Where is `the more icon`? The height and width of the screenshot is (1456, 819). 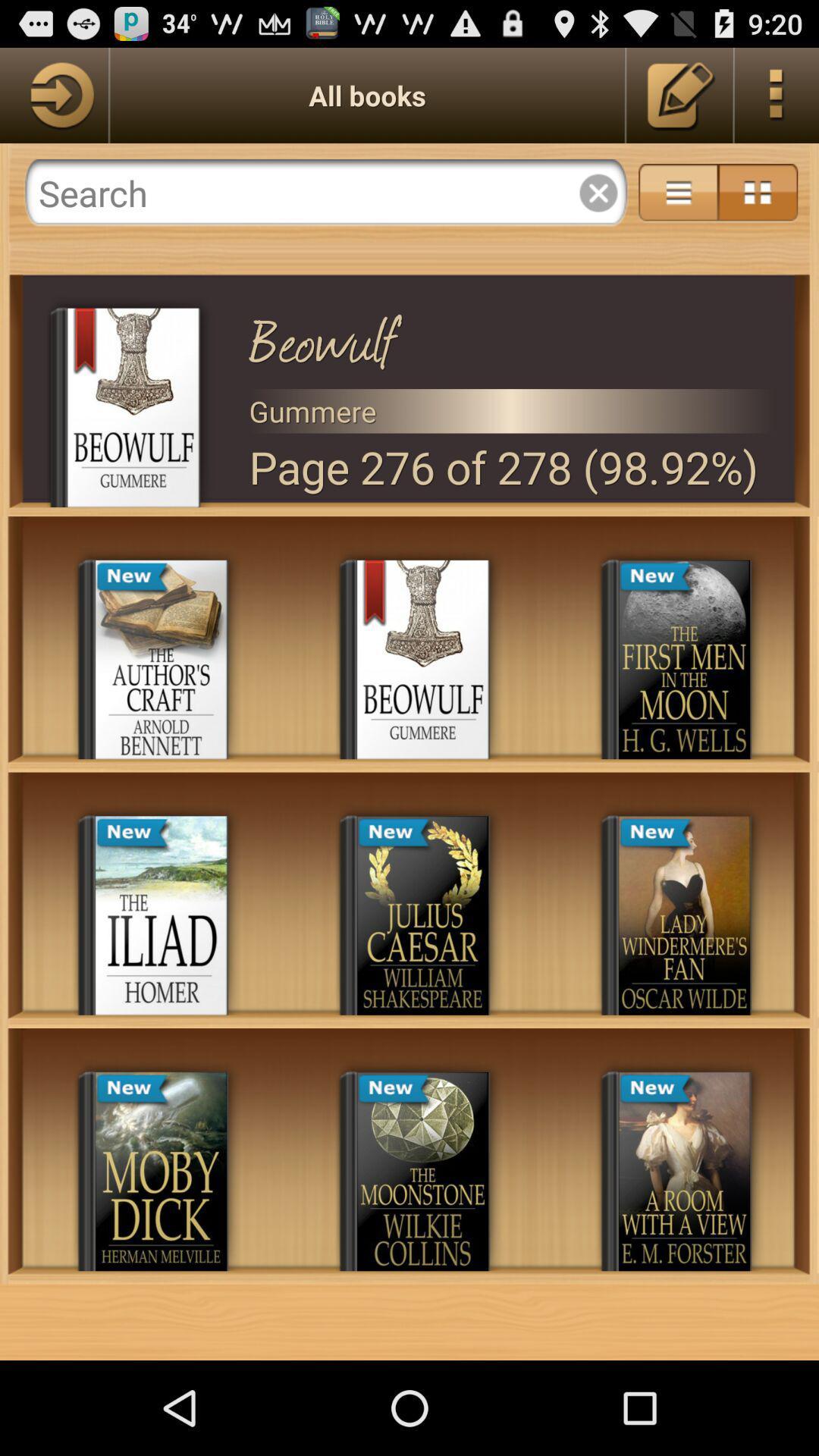 the more icon is located at coordinates (777, 101).